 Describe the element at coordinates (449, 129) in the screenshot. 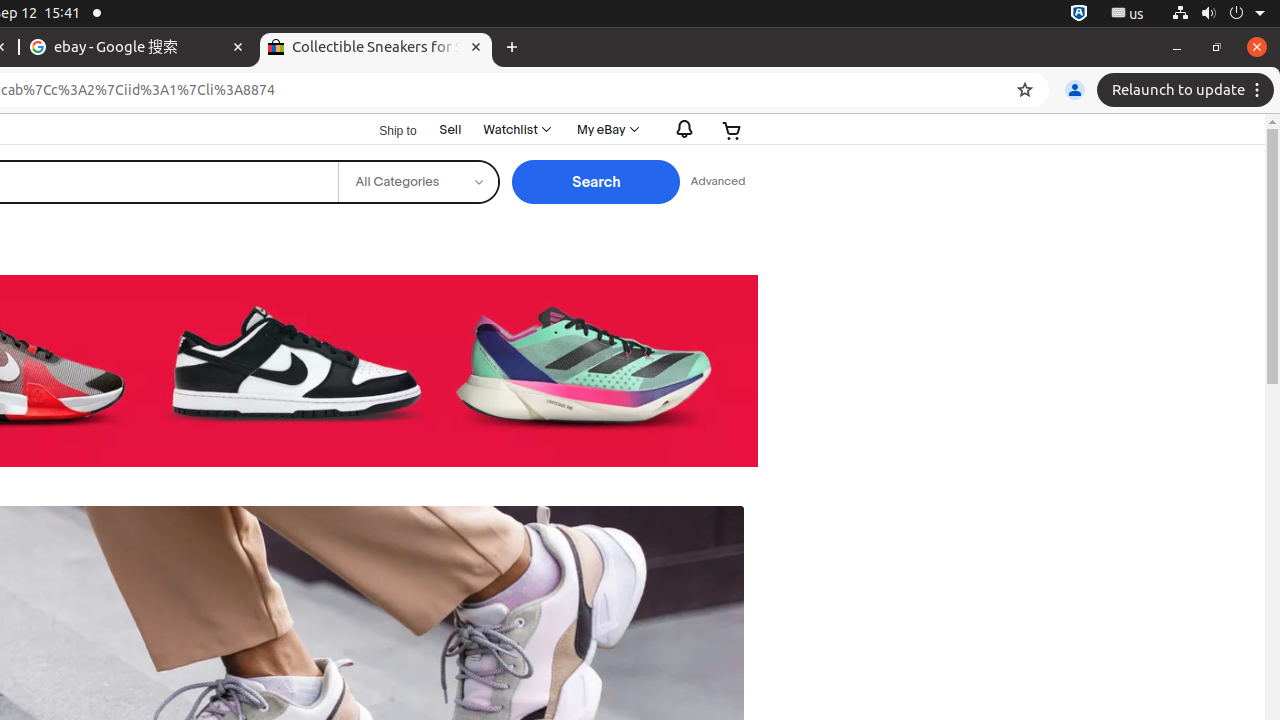

I see `'Sell'` at that location.